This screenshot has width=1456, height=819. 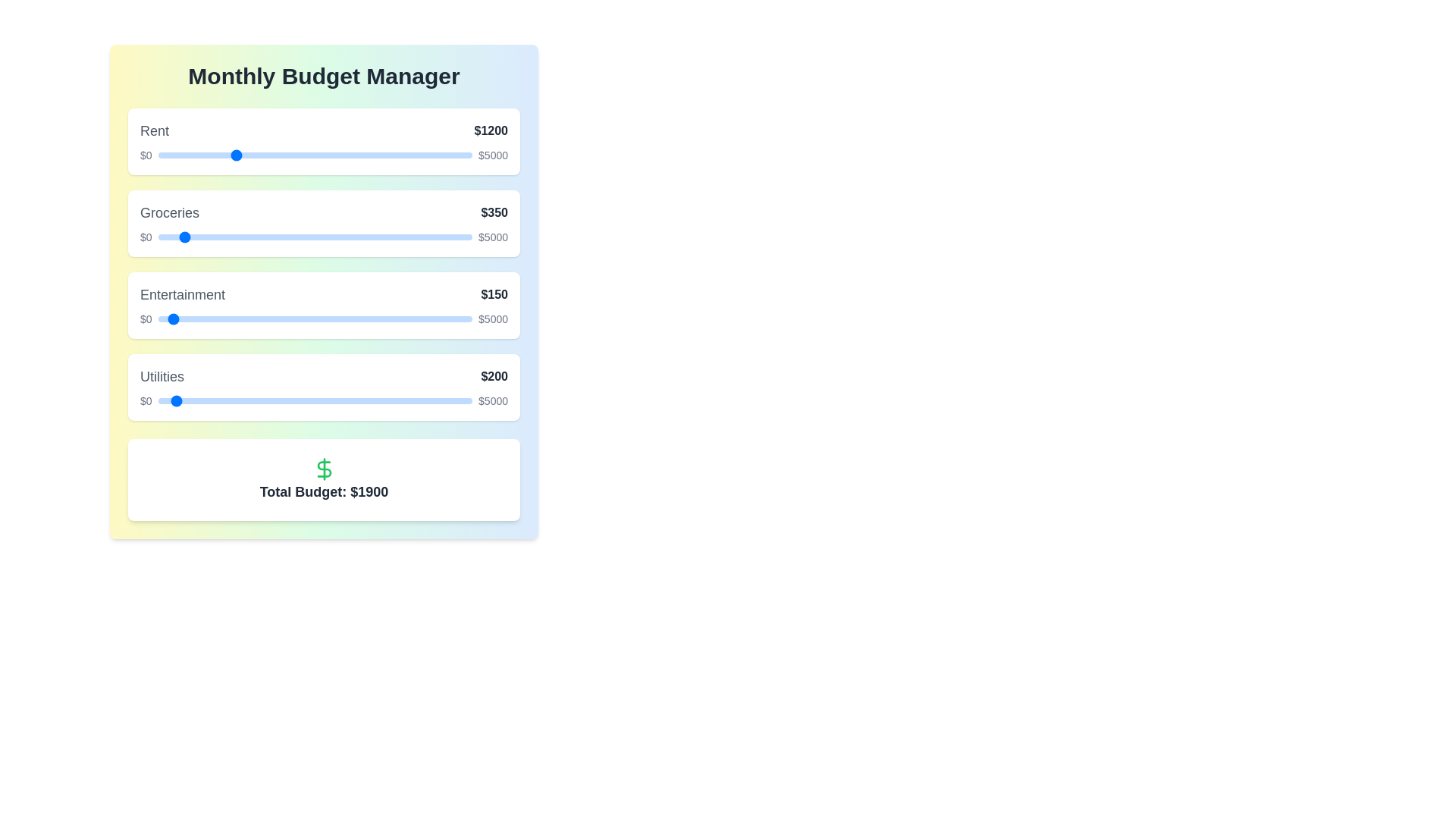 I want to click on the utilities budget, so click(x=462, y=400).